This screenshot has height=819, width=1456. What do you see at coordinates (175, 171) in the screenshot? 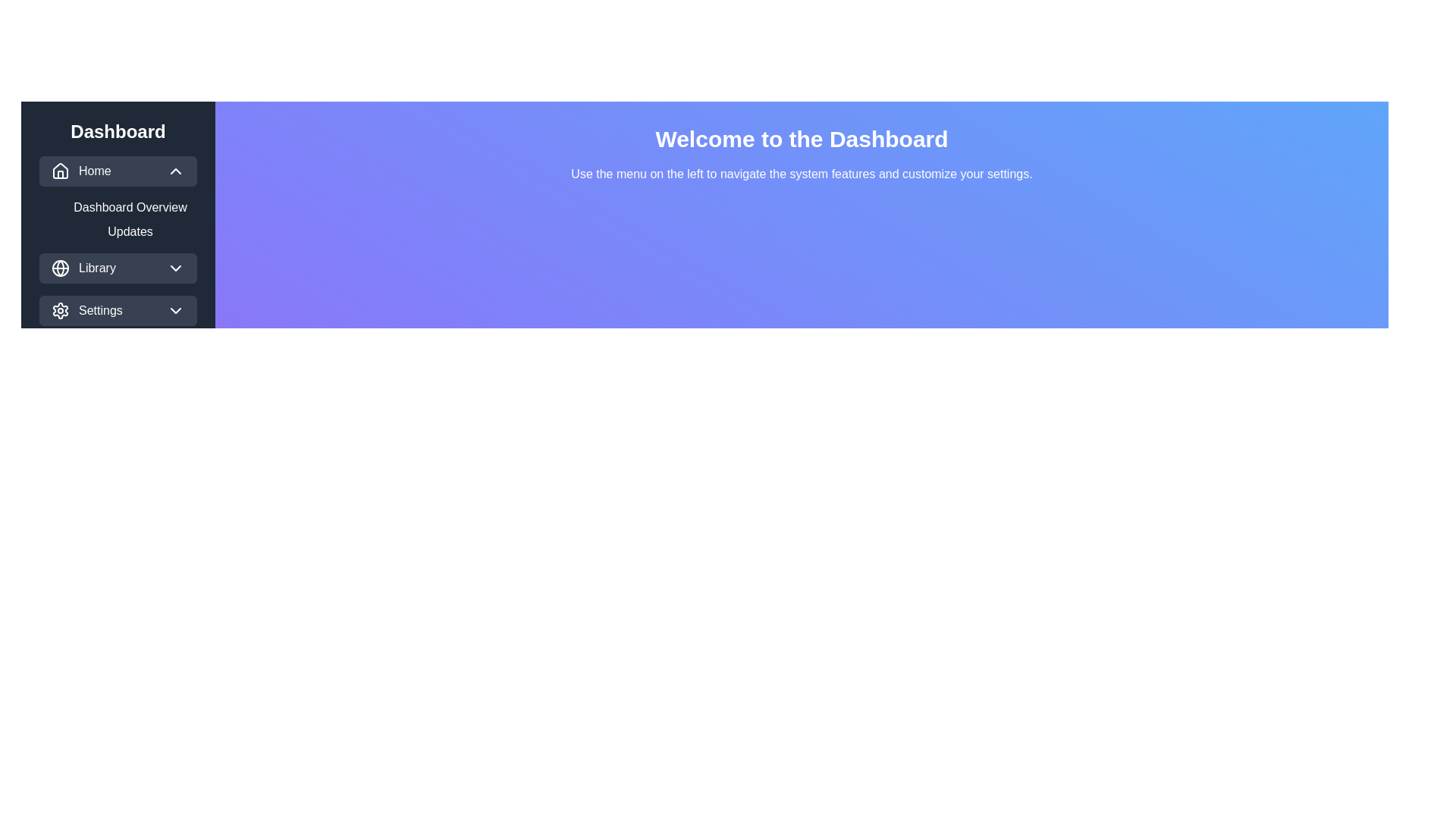
I see `the icon button at the far right of the row containing the 'Home' label and icon in the sidebar navigation menu` at bounding box center [175, 171].